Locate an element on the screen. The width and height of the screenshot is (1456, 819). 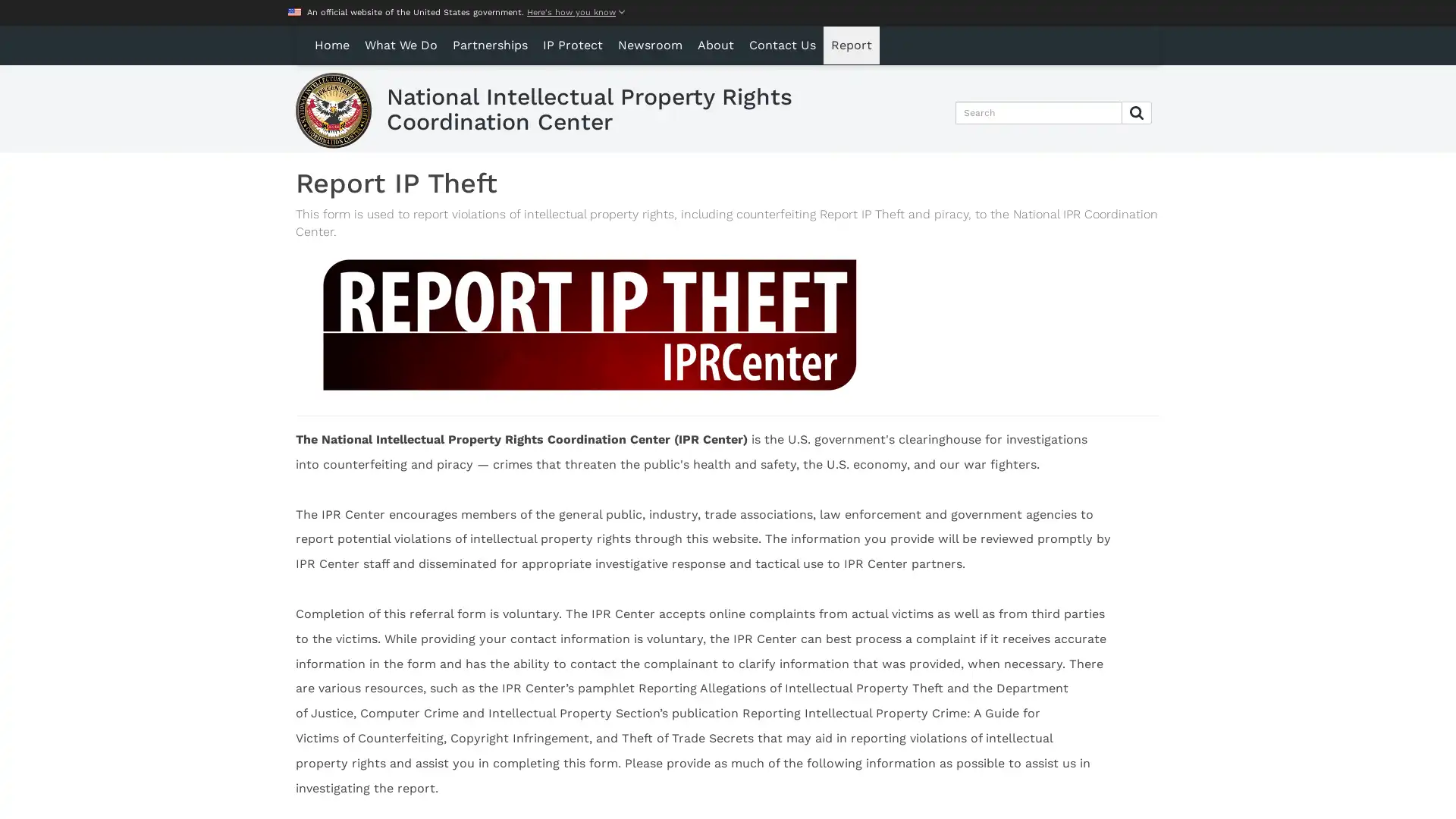
Submit Search is located at coordinates (1136, 111).